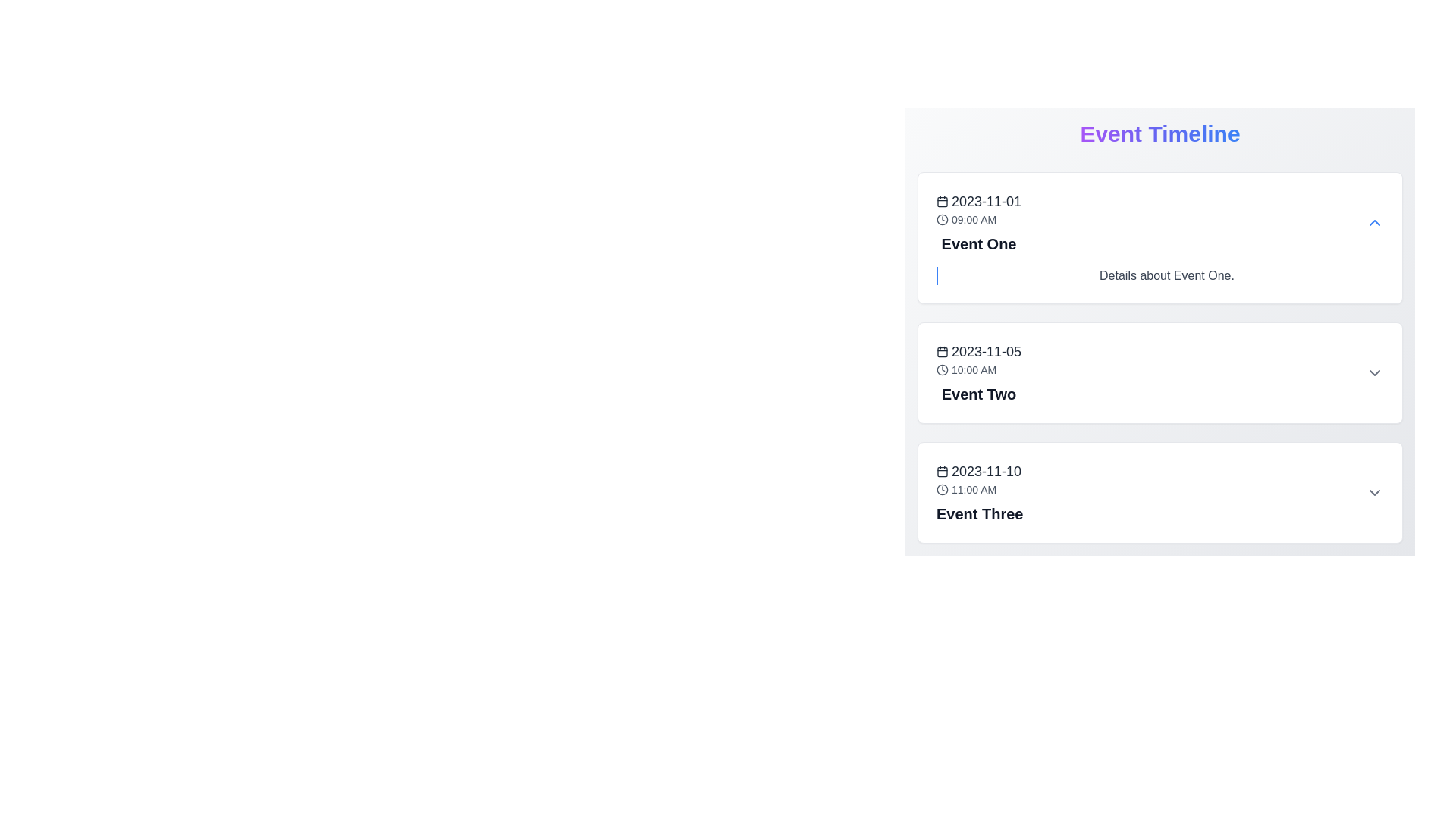 Image resolution: width=1456 pixels, height=819 pixels. What do you see at coordinates (942, 470) in the screenshot?
I see `the appearance of the calendar SVG icon located to the left of the date text '2023-11-10' within the event entry list` at bounding box center [942, 470].